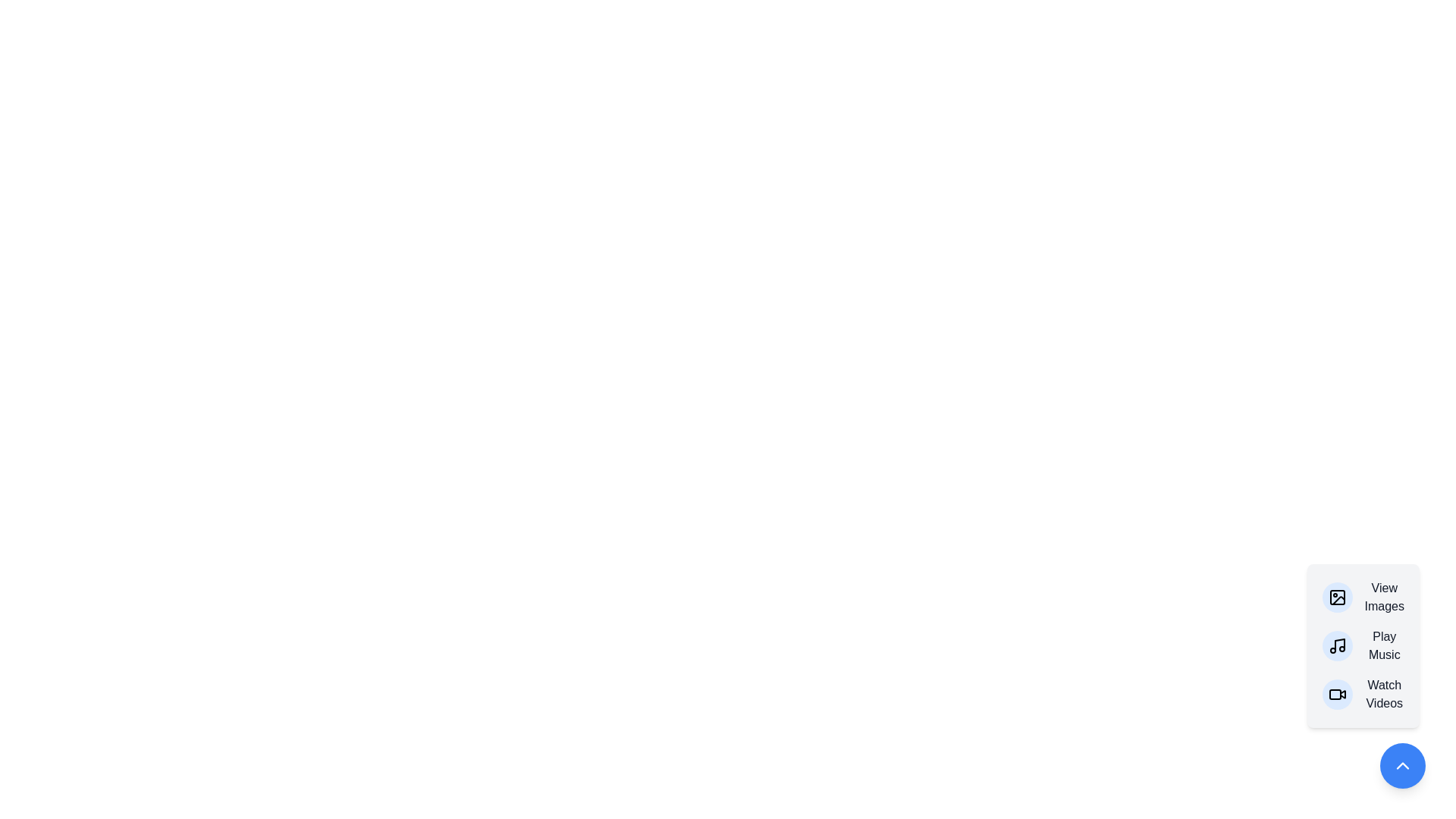 Image resolution: width=1456 pixels, height=819 pixels. Describe the element at coordinates (1363, 596) in the screenshot. I see `the menu item corresponding to View Images` at that location.